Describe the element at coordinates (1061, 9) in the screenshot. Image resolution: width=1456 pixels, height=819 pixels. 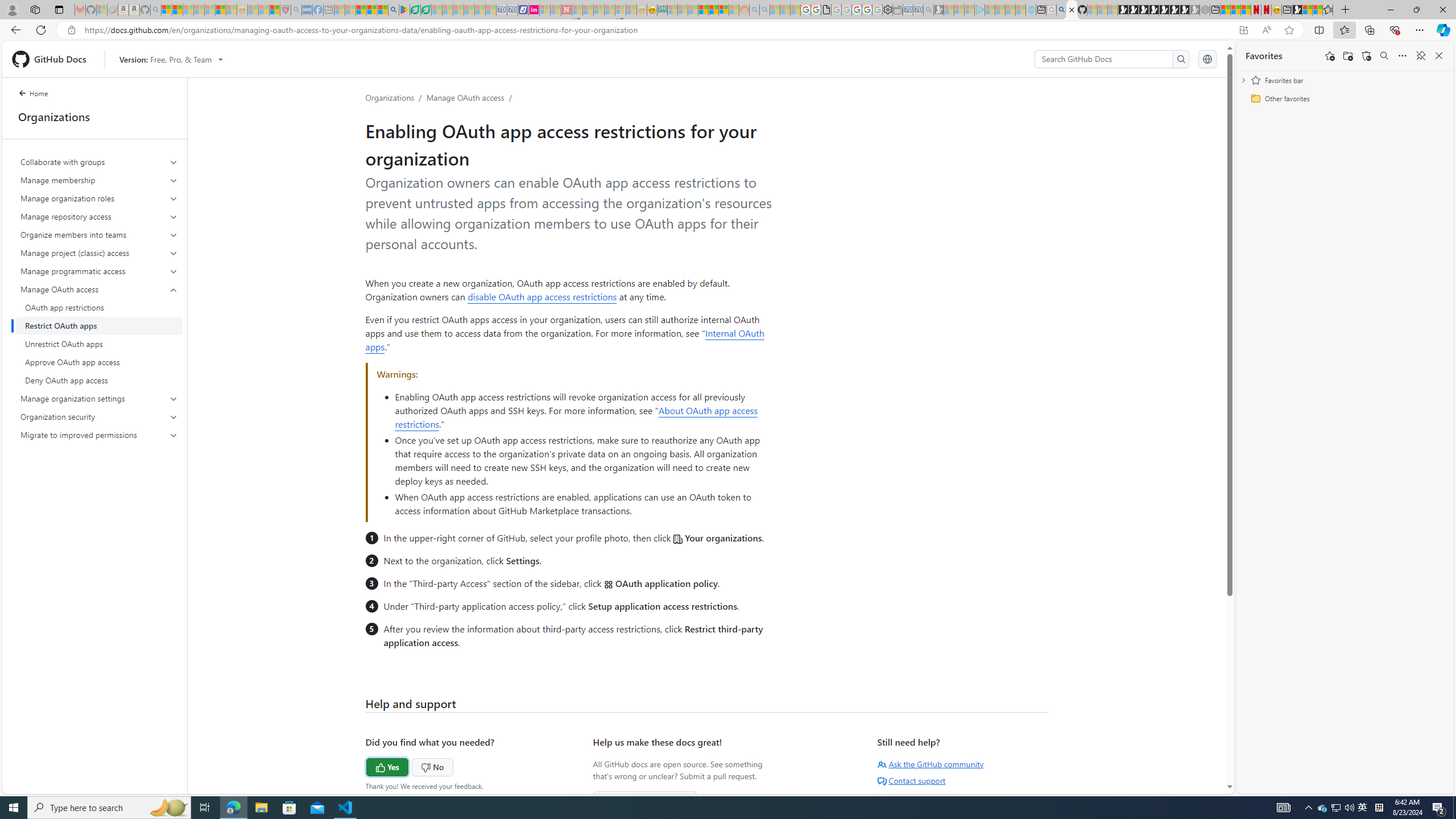
I see `'github - Search'` at that location.